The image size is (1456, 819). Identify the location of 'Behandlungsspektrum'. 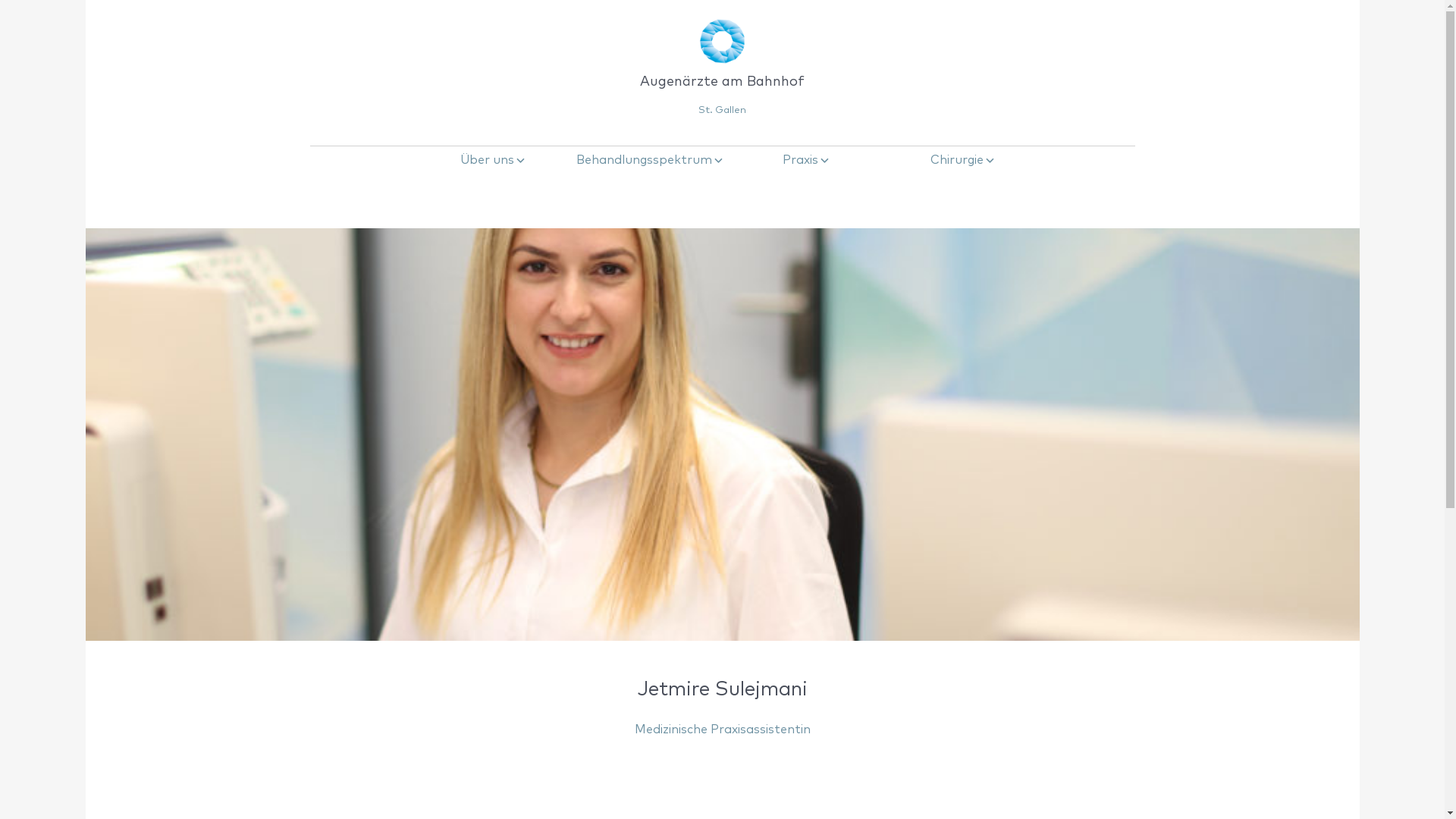
(644, 160).